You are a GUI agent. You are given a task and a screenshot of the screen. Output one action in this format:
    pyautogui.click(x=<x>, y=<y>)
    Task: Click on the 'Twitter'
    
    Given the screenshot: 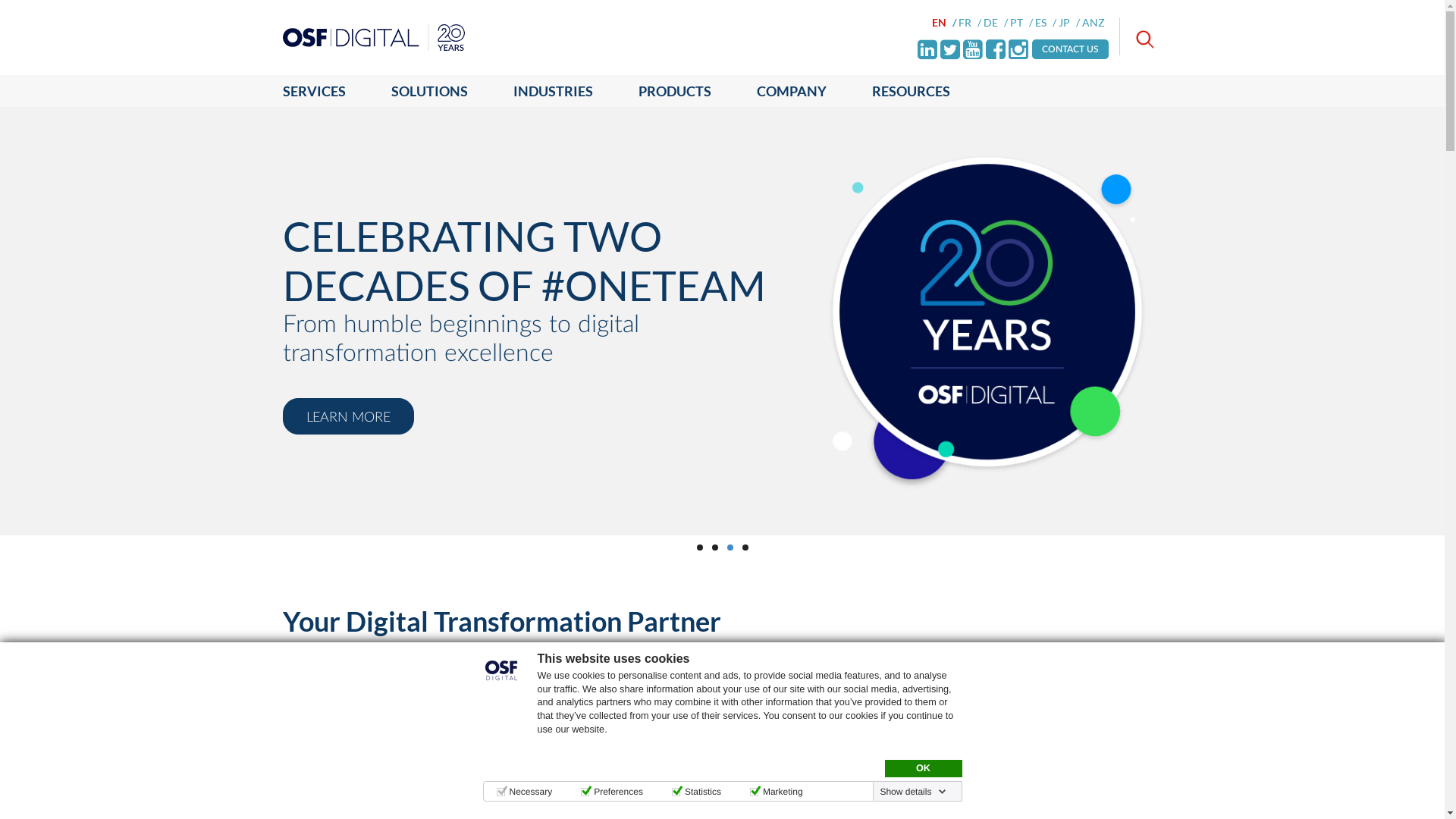 What is the action you would take?
    pyautogui.click(x=949, y=49)
    